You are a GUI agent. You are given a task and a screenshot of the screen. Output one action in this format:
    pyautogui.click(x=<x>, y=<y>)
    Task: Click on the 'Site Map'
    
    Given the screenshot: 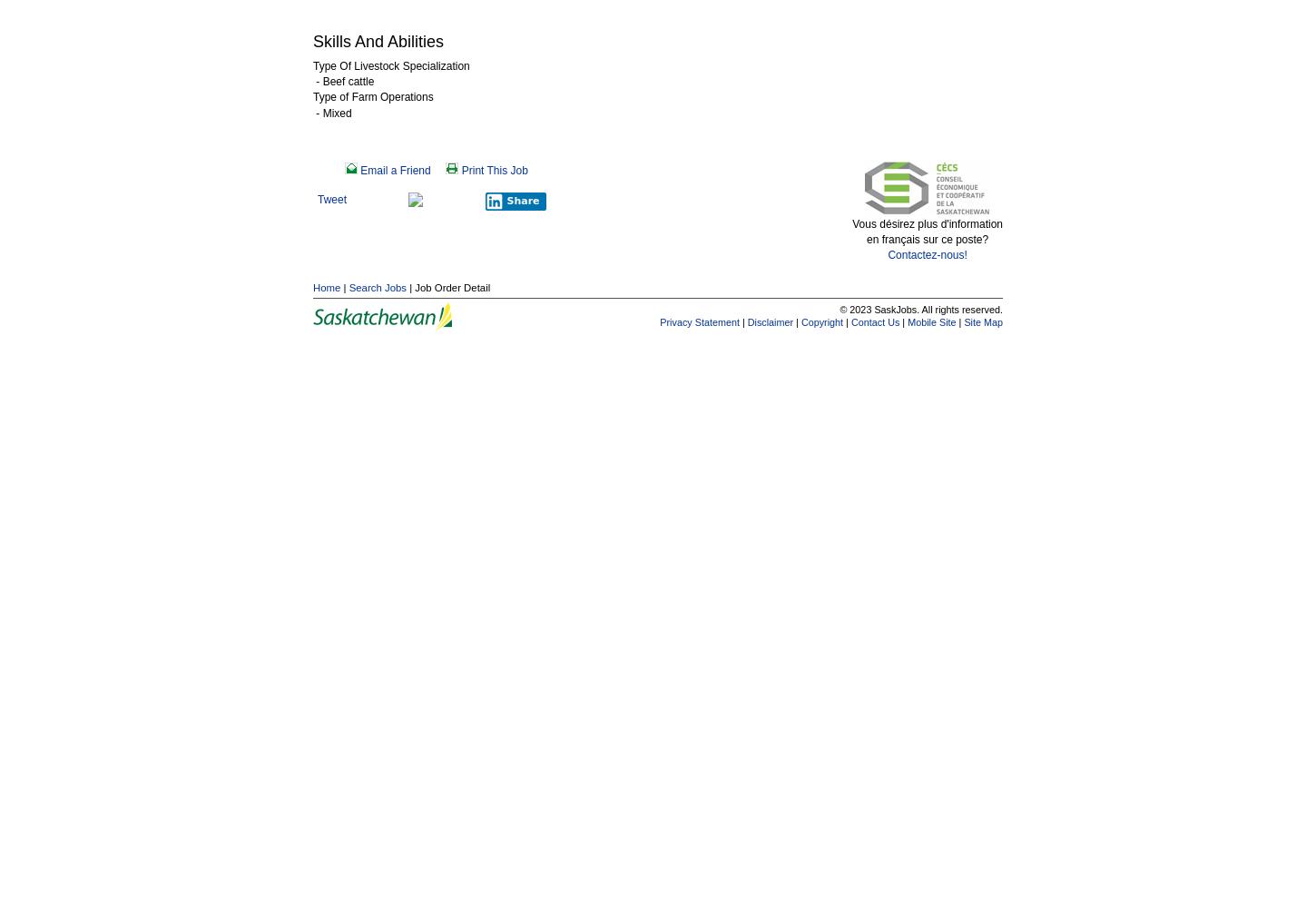 What is the action you would take?
    pyautogui.click(x=983, y=321)
    